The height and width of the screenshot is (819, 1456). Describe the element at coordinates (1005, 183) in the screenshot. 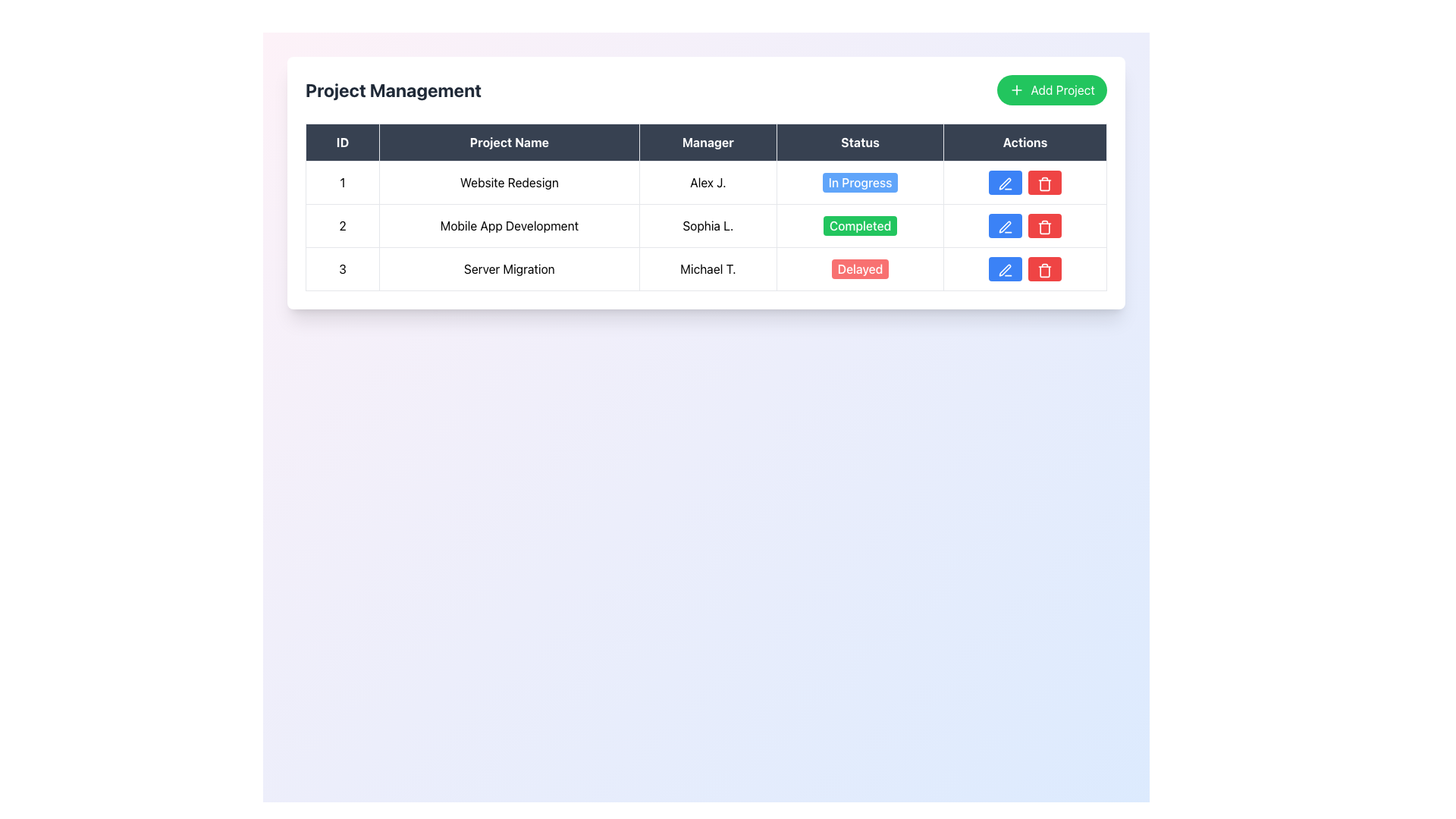

I see `the pen icon in the Actions column of the data table` at that location.